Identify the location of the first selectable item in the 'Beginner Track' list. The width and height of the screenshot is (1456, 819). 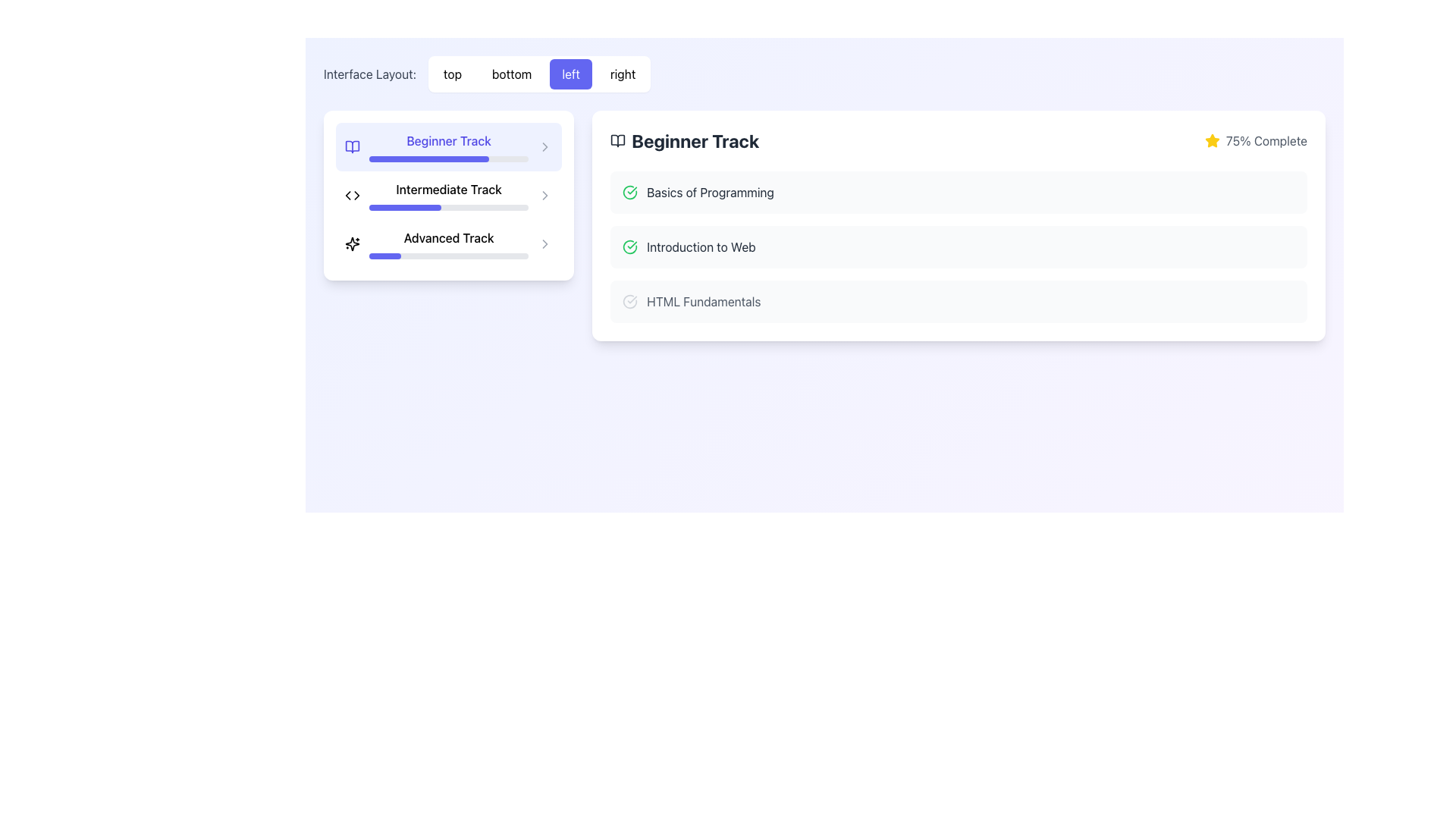
(957, 192).